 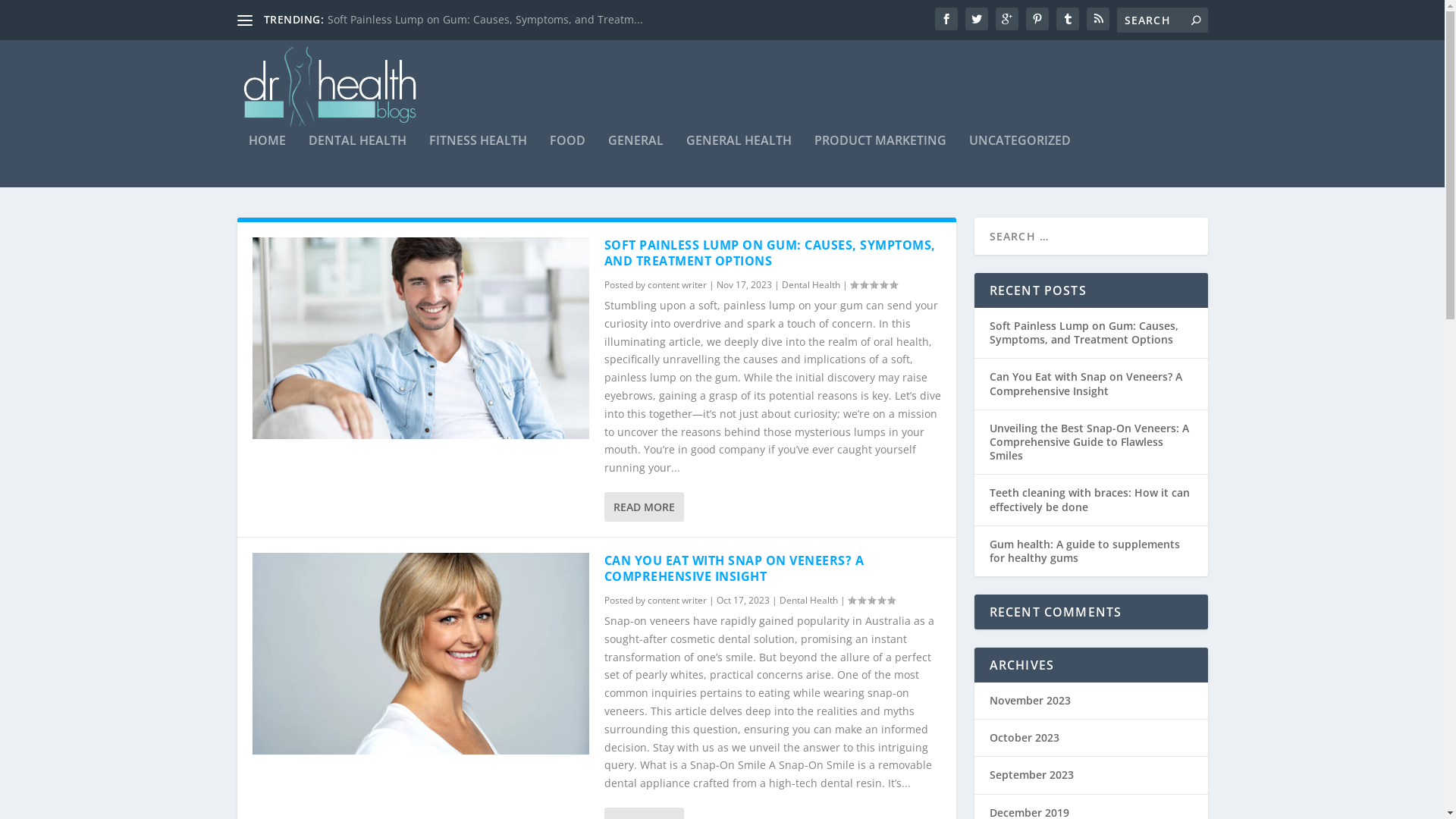 I want to click on 'FITNESS HEALTH', so click(x=477, y=161).